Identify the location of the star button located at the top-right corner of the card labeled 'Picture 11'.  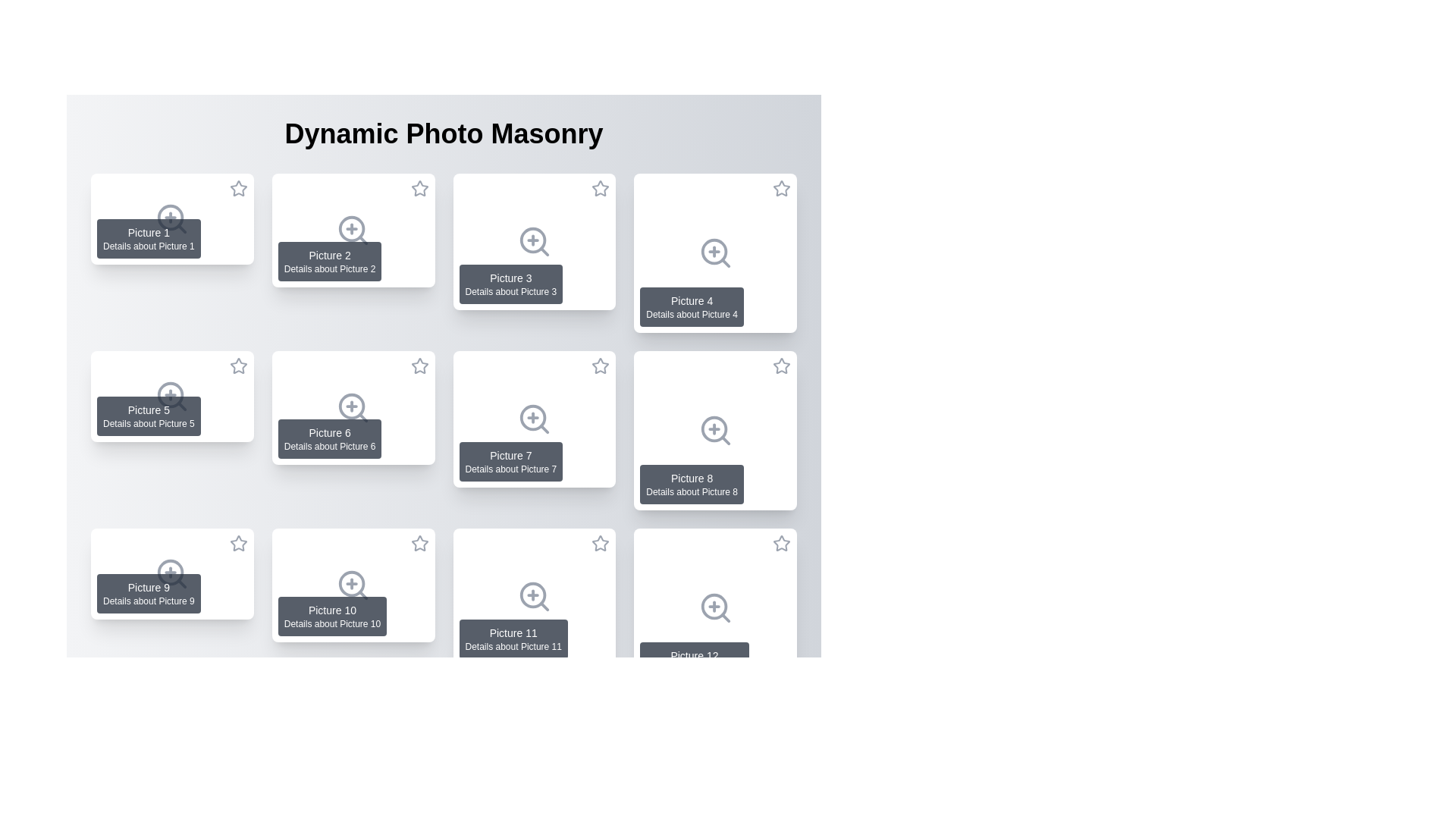
(600, 543).